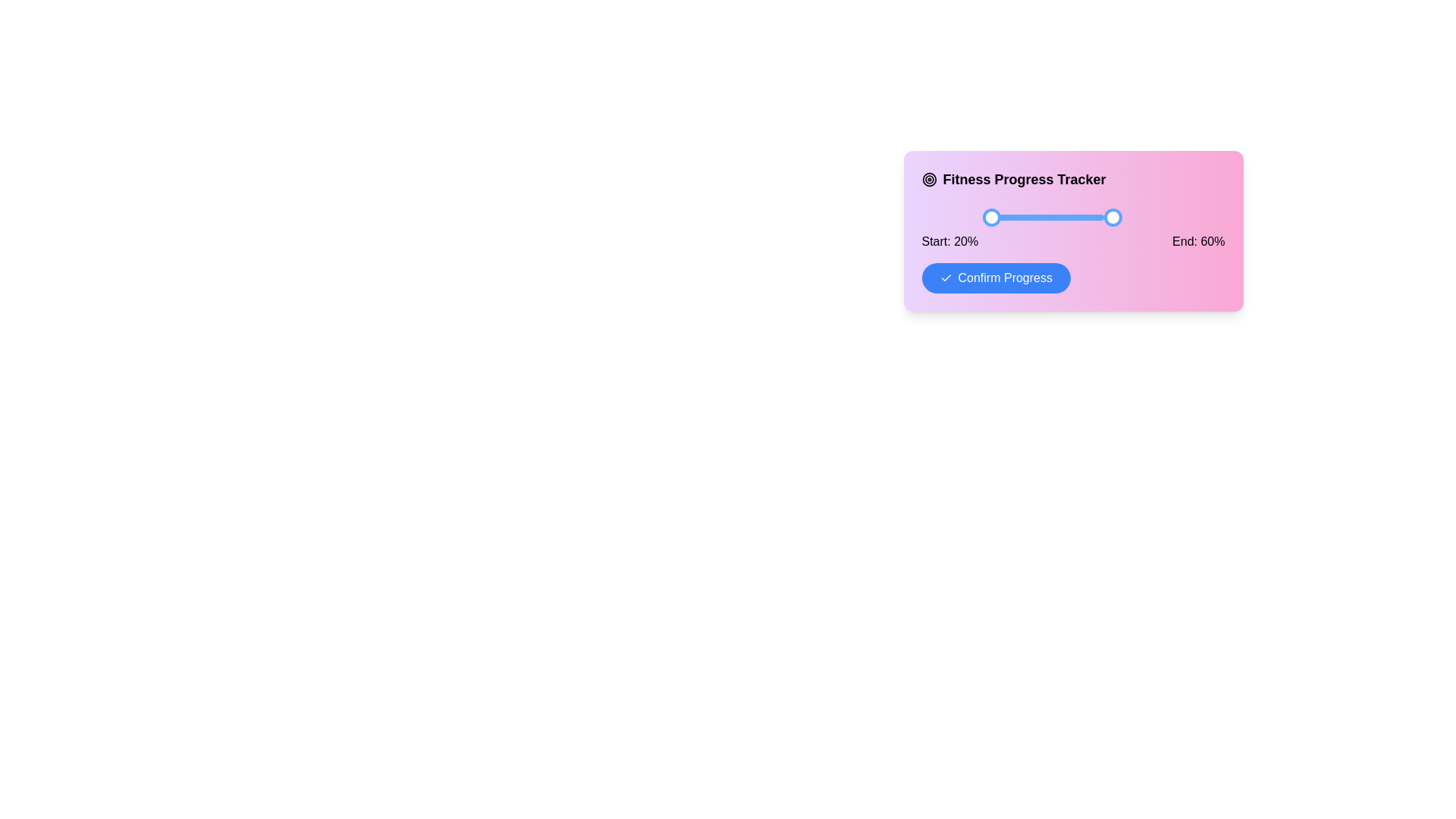 Image resolution: width=1456 pixels, height=819 pixels. What do you see at coordinates (928, 178) in the screenshot?
I see `the decorative icon associated with the 'Fitness Progress Tracker' title, located at the leftmost position in the header` at bounding box center [928, 178].